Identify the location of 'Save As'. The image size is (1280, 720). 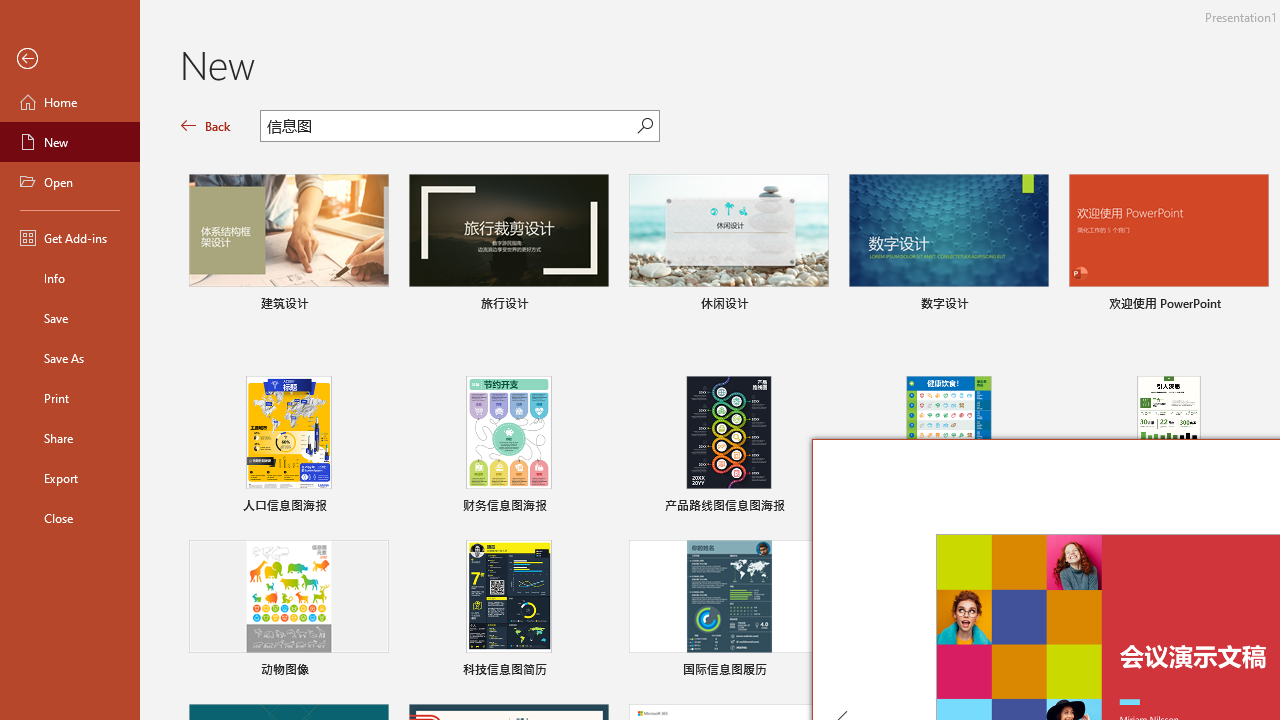
(69, 356).